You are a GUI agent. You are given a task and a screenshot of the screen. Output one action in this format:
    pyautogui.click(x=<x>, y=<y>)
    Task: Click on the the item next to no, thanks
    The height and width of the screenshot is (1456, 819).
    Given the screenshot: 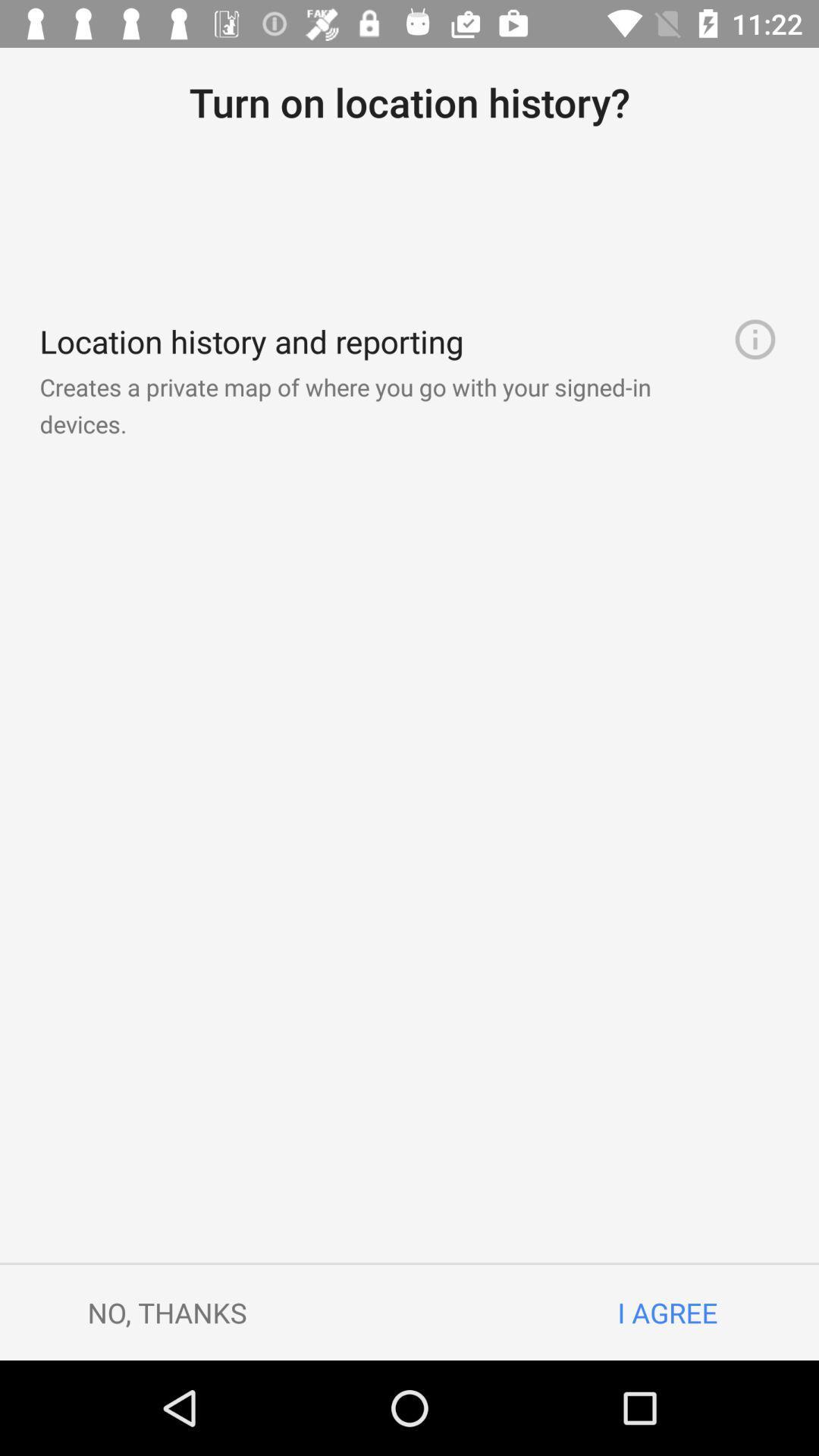 What is the action you would take?
    pyautogui.click(x=667, y=1312)
    